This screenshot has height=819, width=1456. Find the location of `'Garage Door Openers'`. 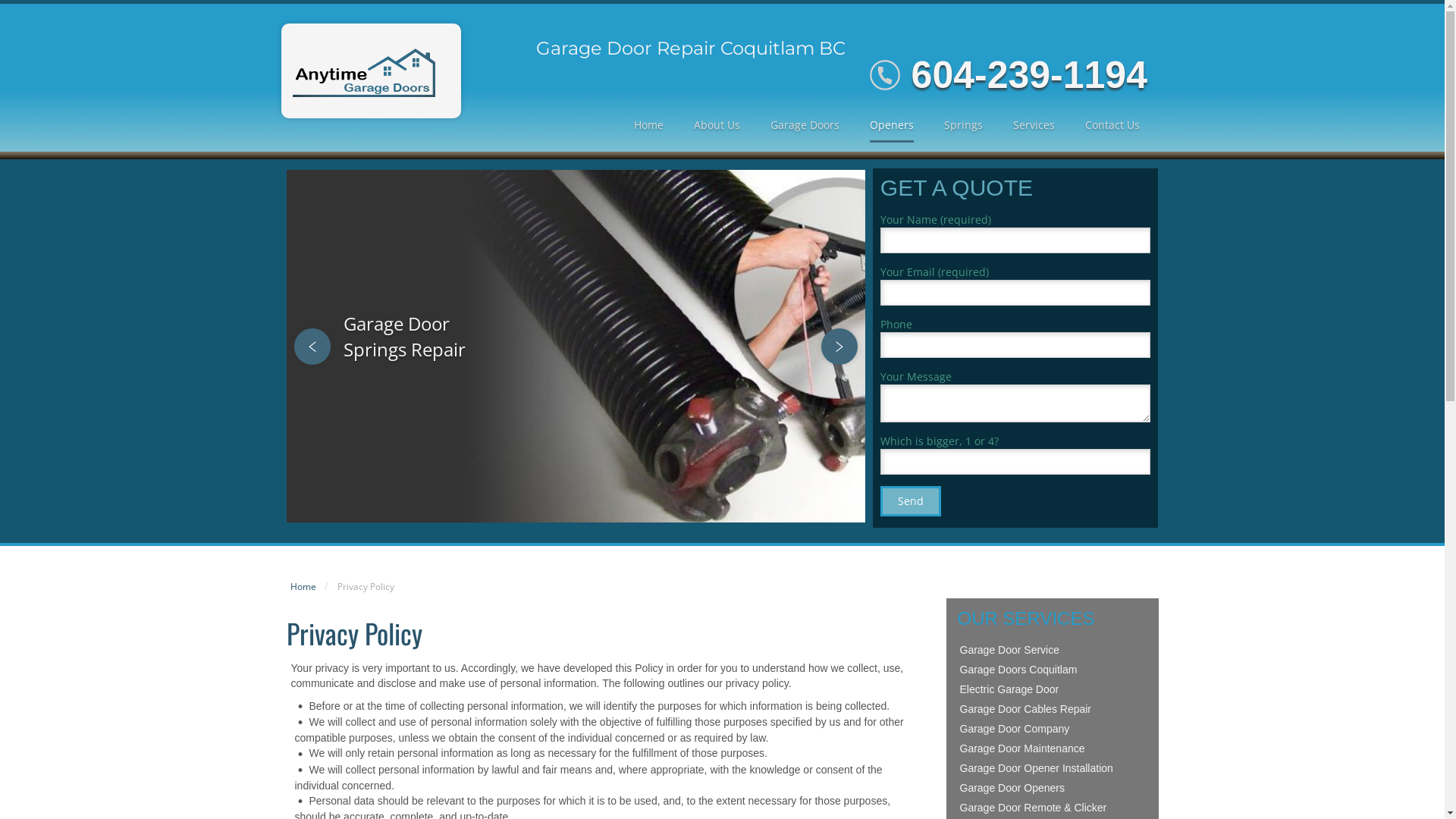

'Garage Door Openers' is located at coordinates (956, 786).